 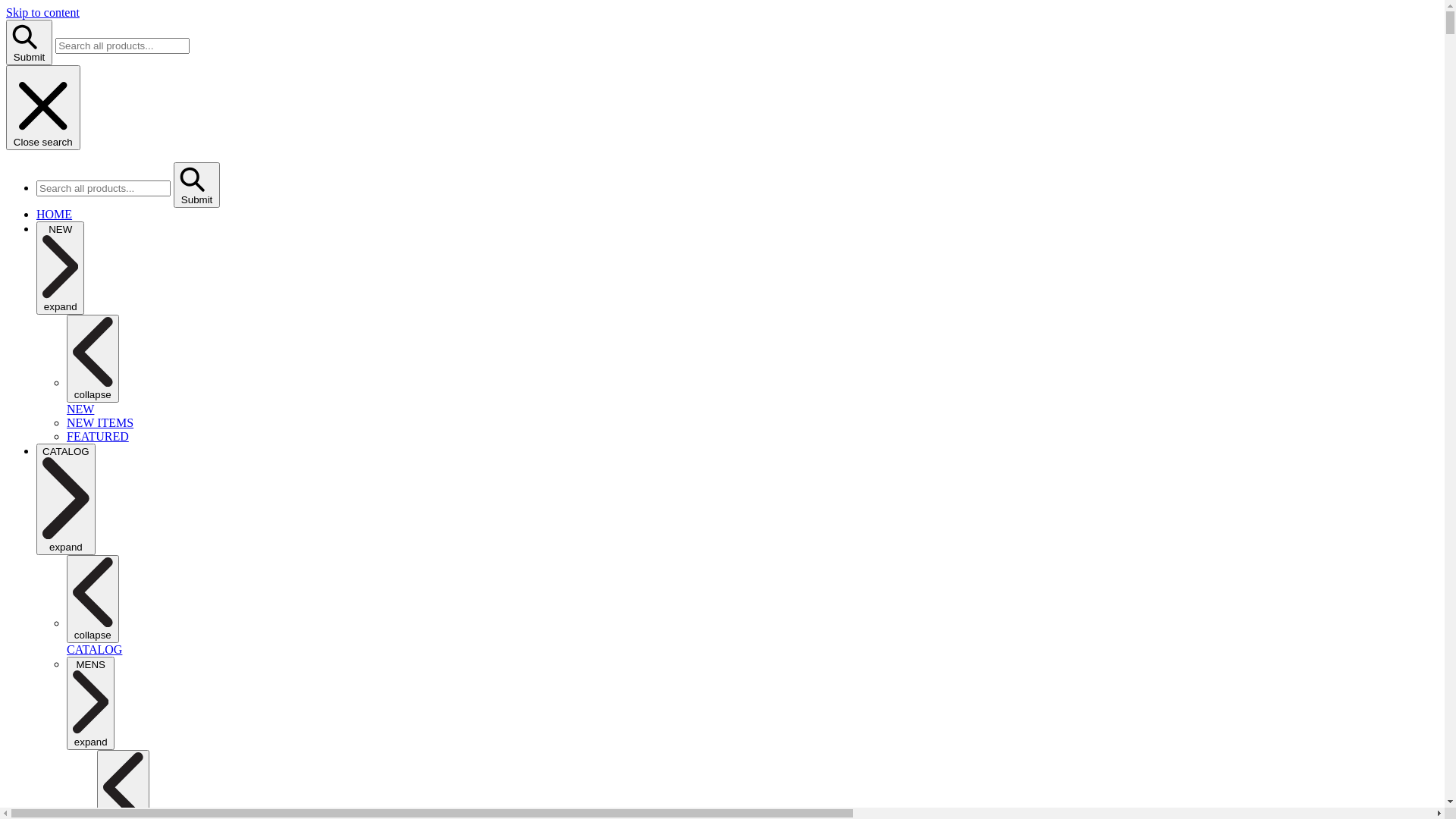 What do you see at coordinates (6, 107) in the screenshot?
I see `'Close search'` at bounding box center [6, 107].